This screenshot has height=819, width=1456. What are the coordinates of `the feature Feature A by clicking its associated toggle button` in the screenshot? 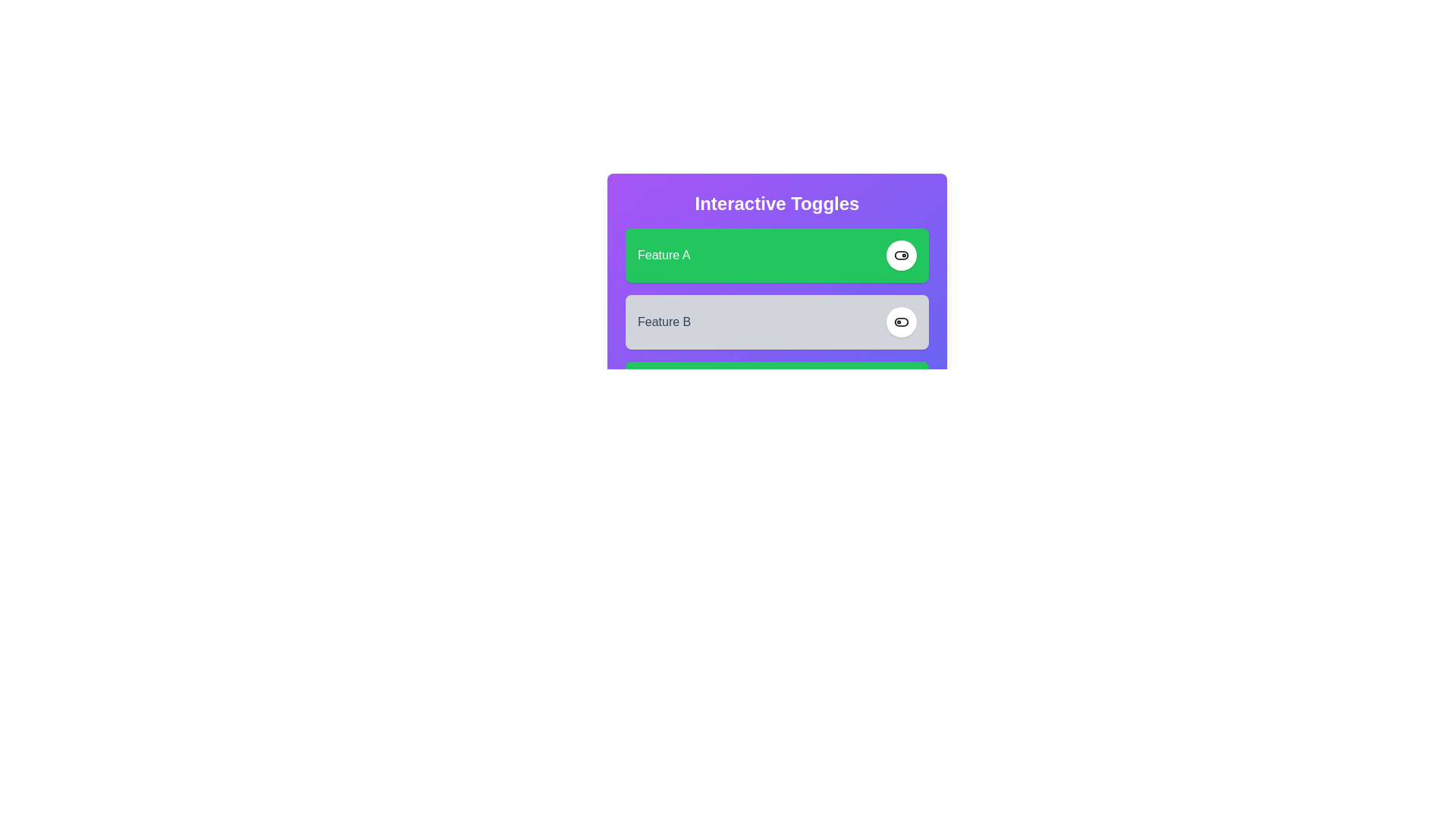 It's located at (902, 254).